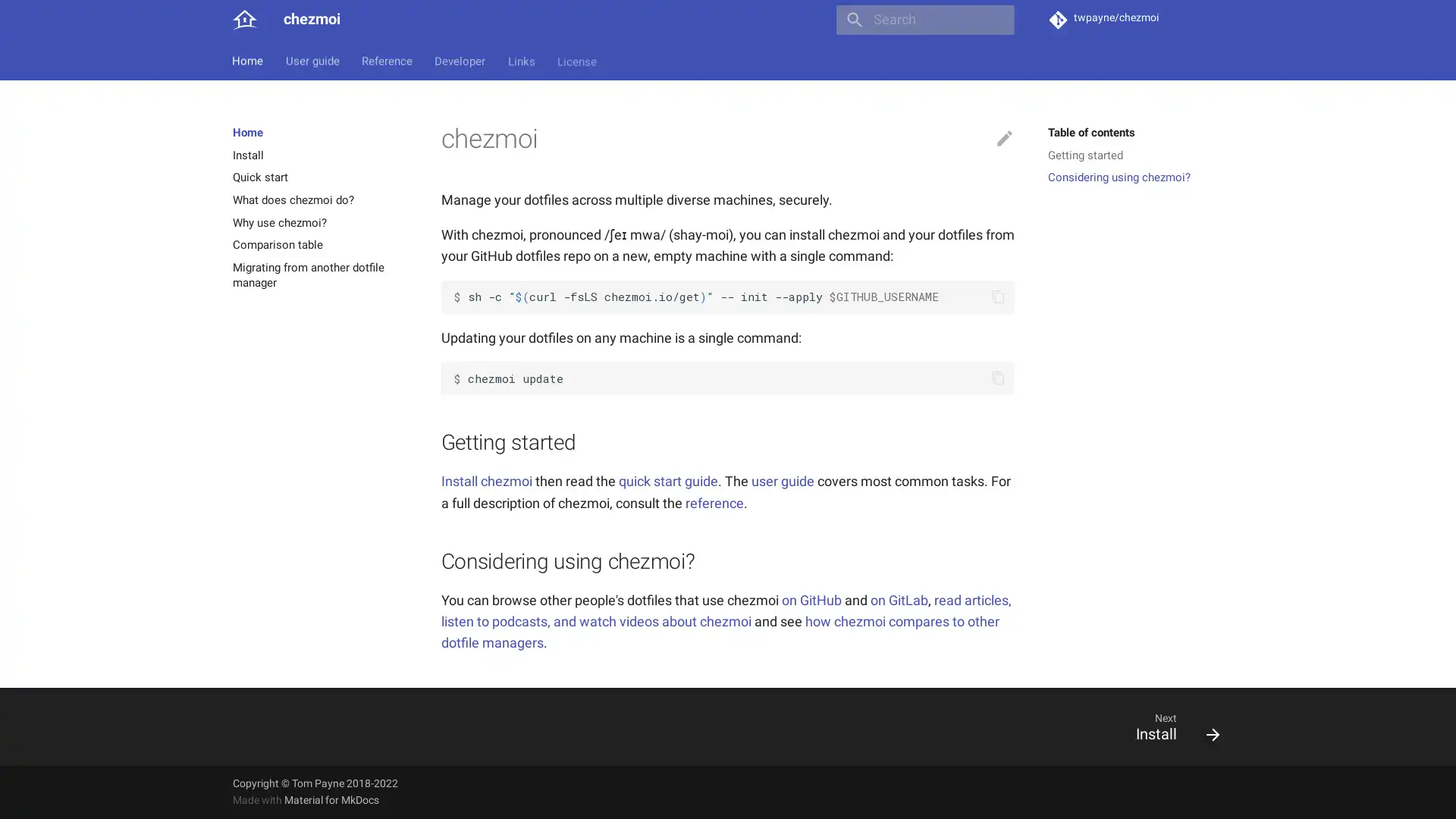  What do you see at coordinates (997, 297) in the screenshot?
I see `Copy to clipboard` at bounding box center [997, 297].